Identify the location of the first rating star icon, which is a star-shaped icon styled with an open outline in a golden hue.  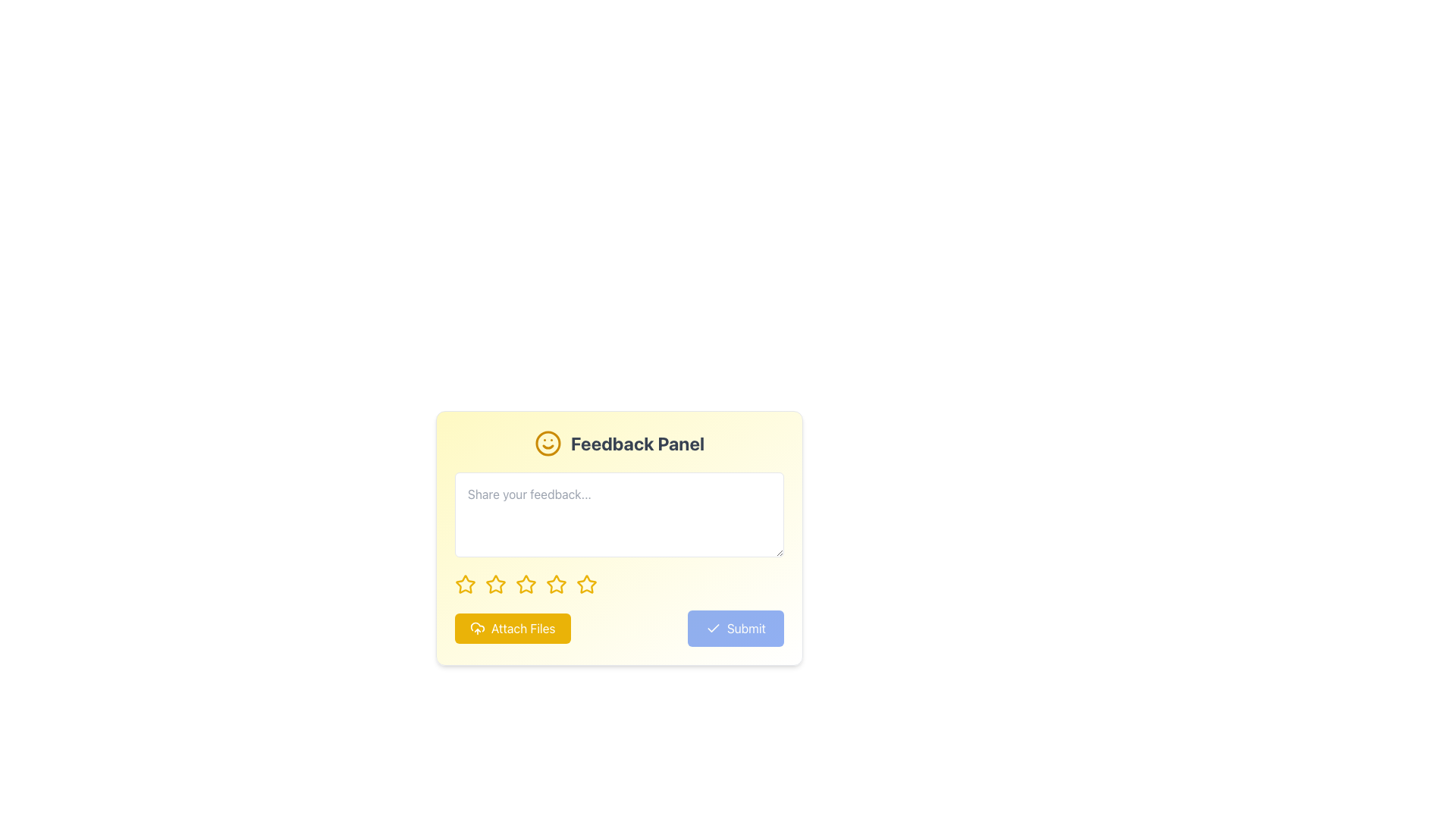
(465, 583).